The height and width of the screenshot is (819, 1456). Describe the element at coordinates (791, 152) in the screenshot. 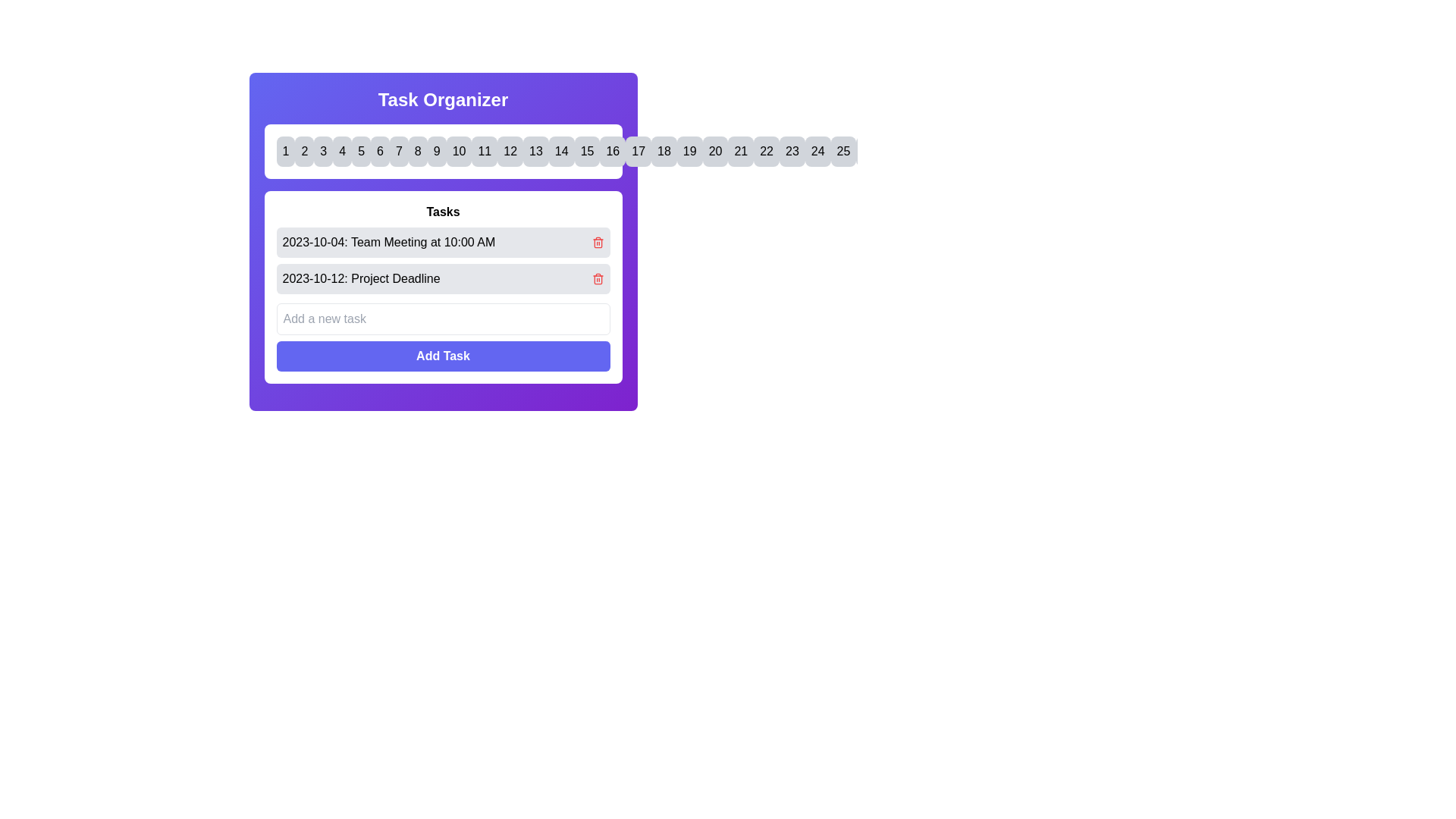

I see `the 23rd button in the horizontal row beneath the 'Task Organizer' header` at that location.